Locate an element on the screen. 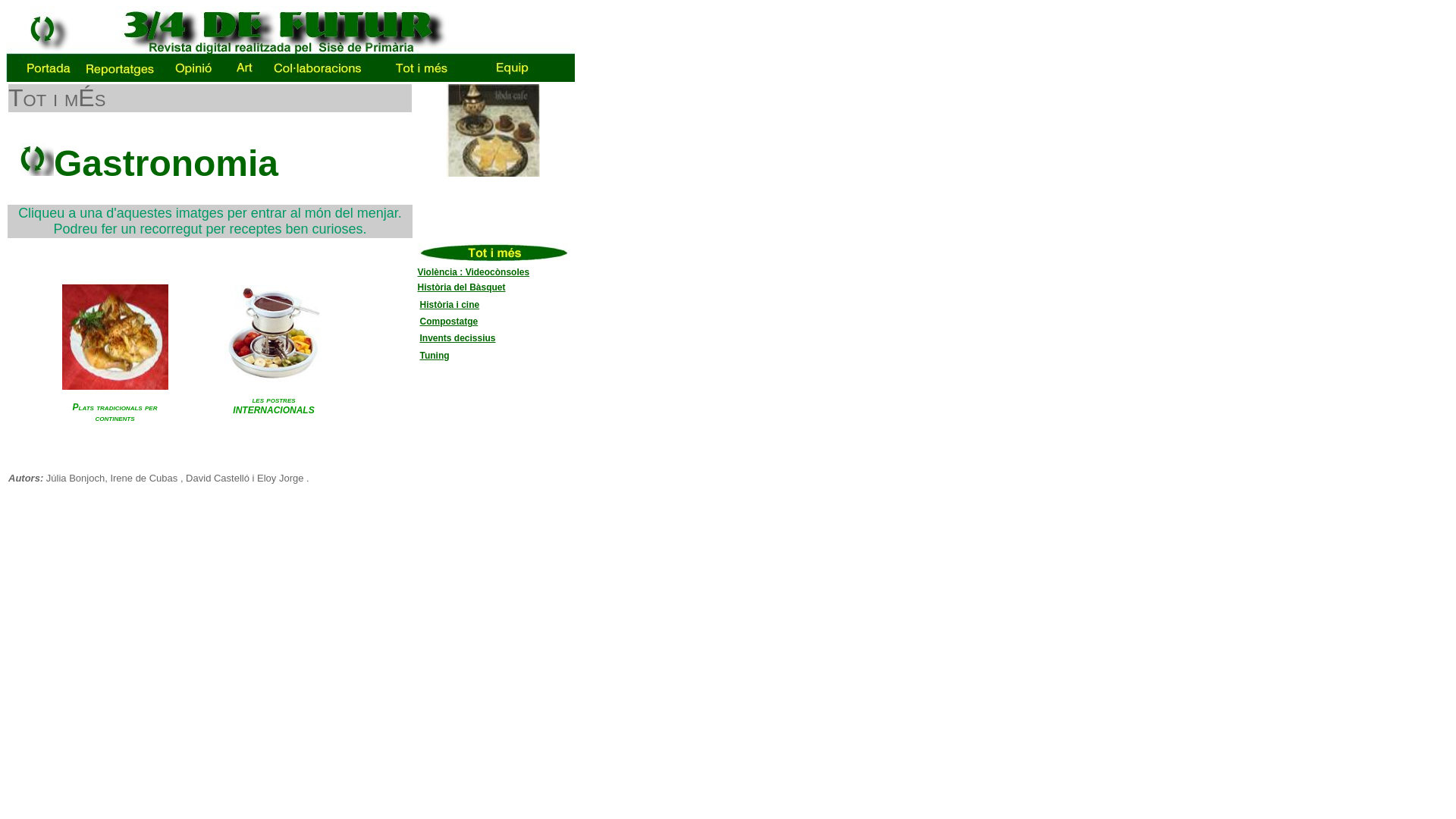 The image size is (1456, 819). 'Compostatge' is located at coordinates (448, 321).